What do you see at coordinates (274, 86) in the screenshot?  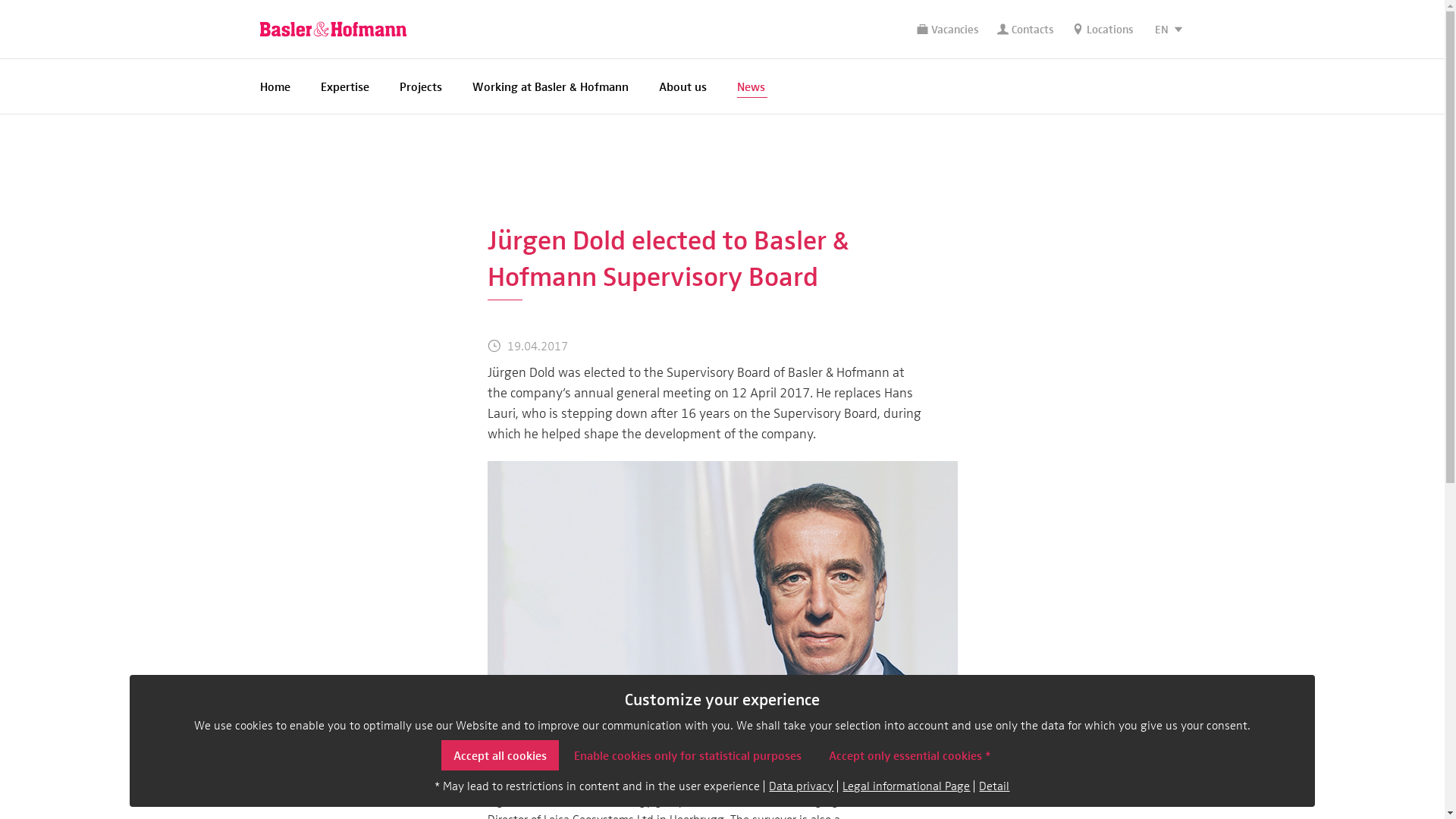 I see `'Home'` at bounding box center [274, 86].